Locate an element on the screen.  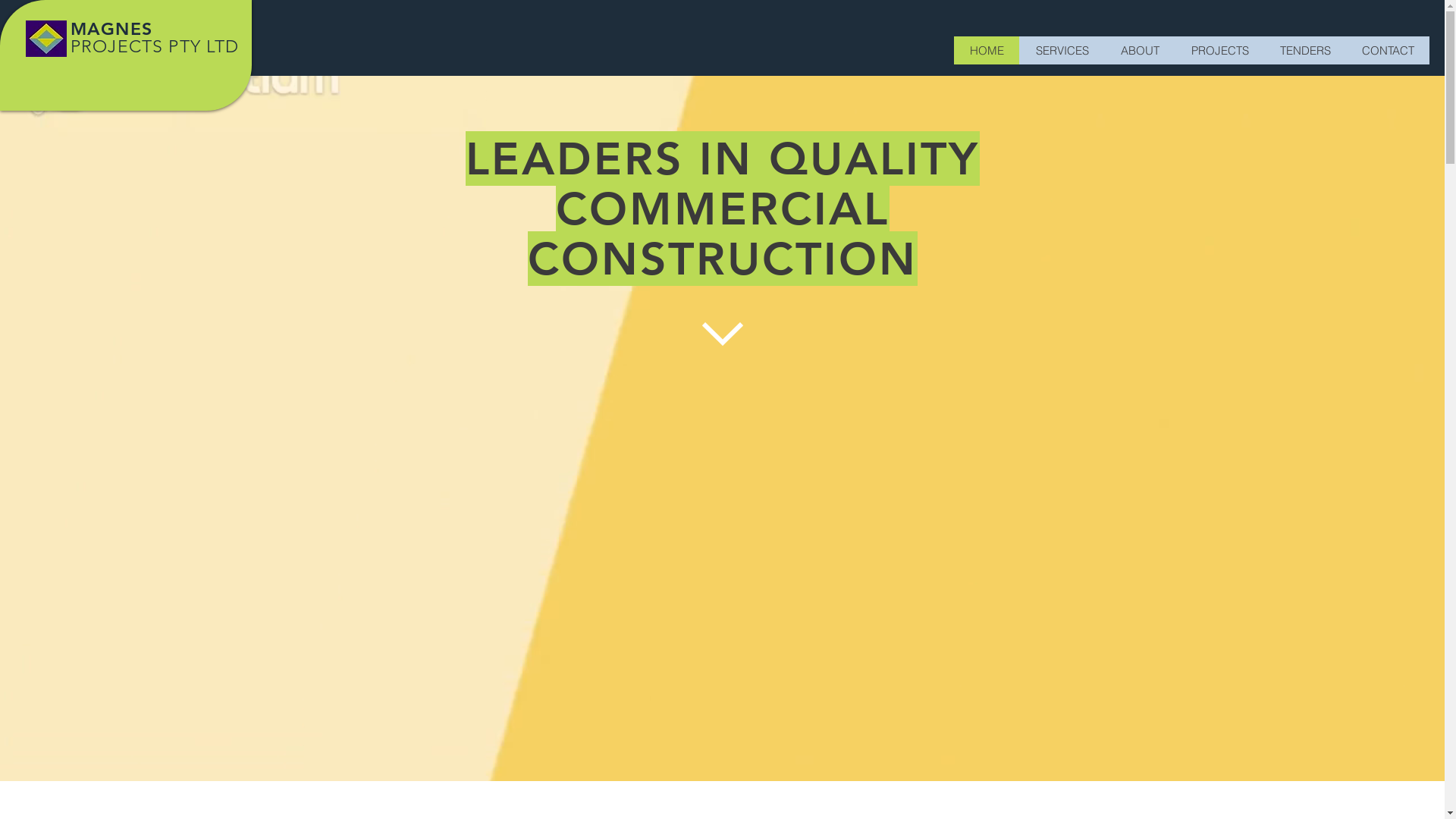
'PROJECTS' is located at coordinates (1219, 49).